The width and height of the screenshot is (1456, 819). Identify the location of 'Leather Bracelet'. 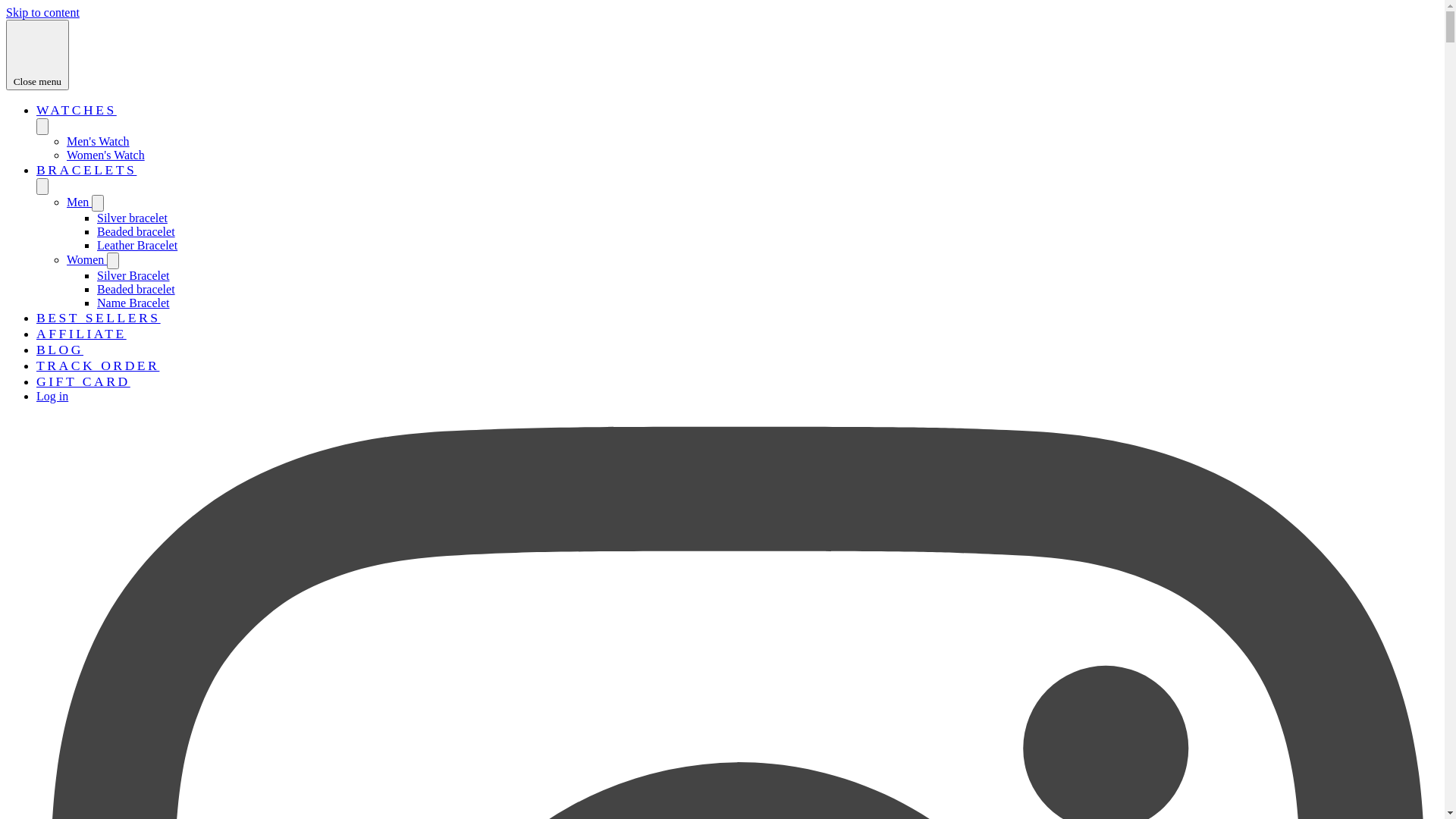
(96, 244).